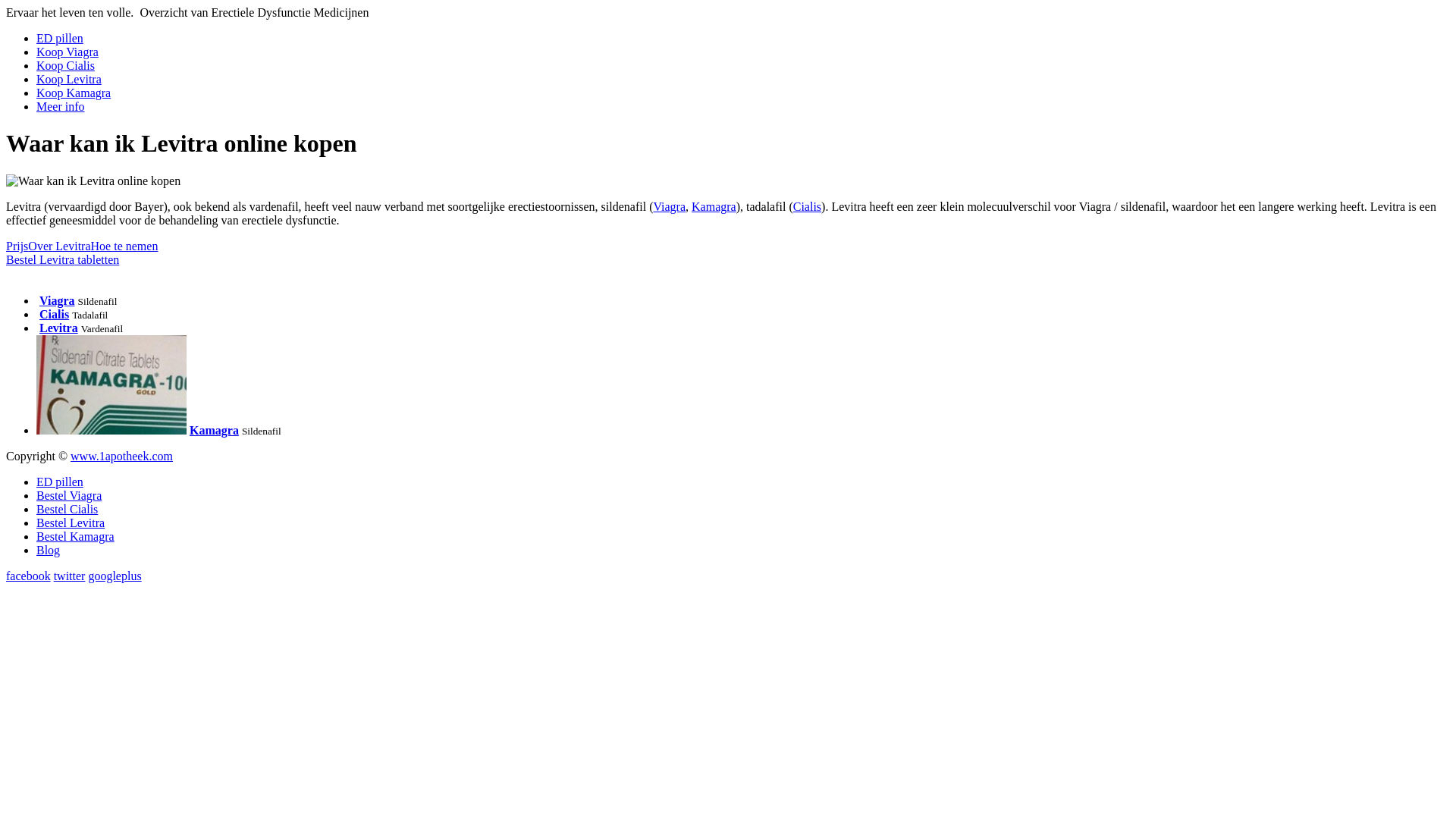  What do you see at coordinates (121, 455) in the screenshot?
I see `'www.1apotheek.com'` at bounding box center [121, 455].